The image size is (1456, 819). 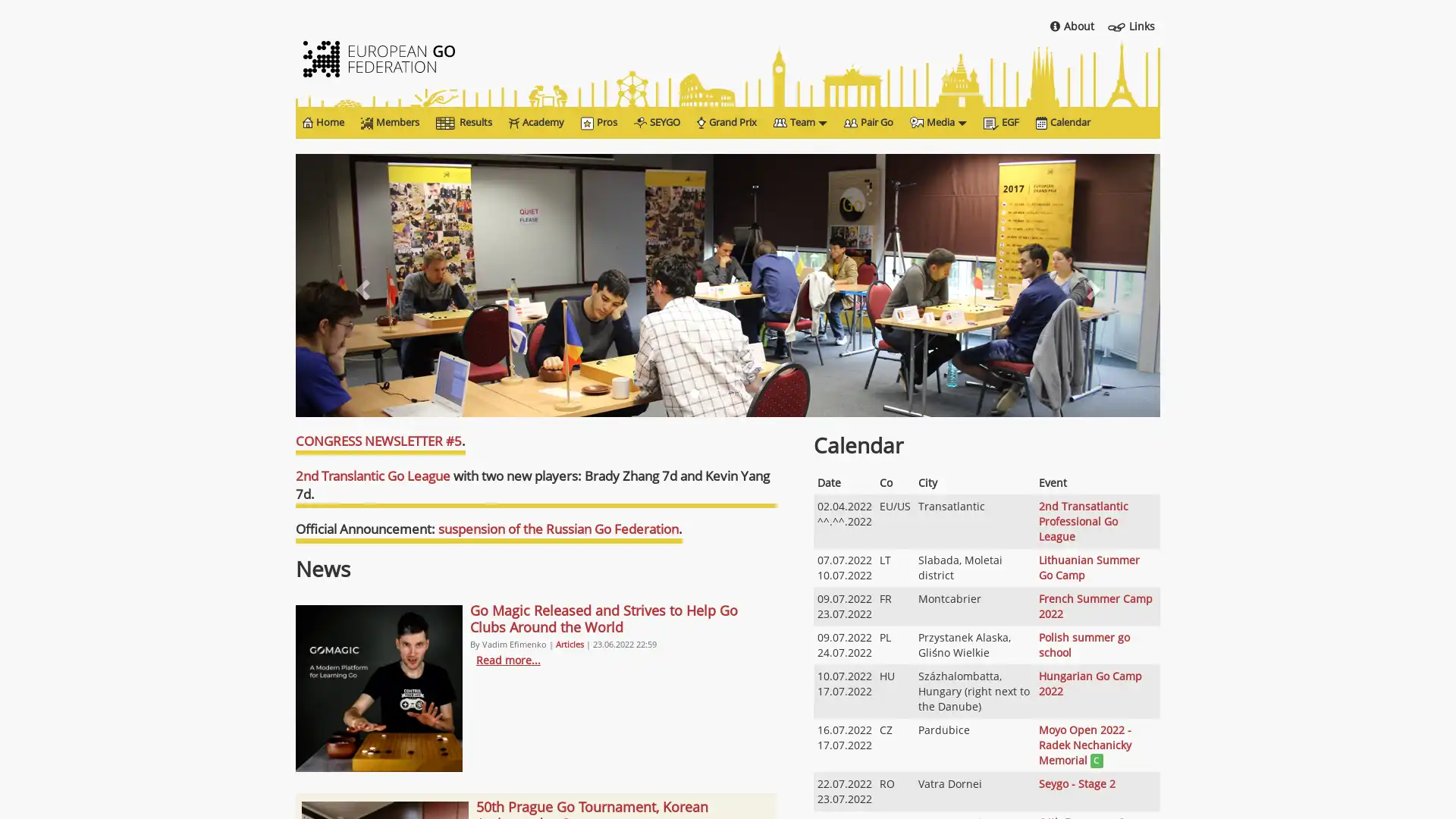 I want to click on Media, so click(x=939, y=121).